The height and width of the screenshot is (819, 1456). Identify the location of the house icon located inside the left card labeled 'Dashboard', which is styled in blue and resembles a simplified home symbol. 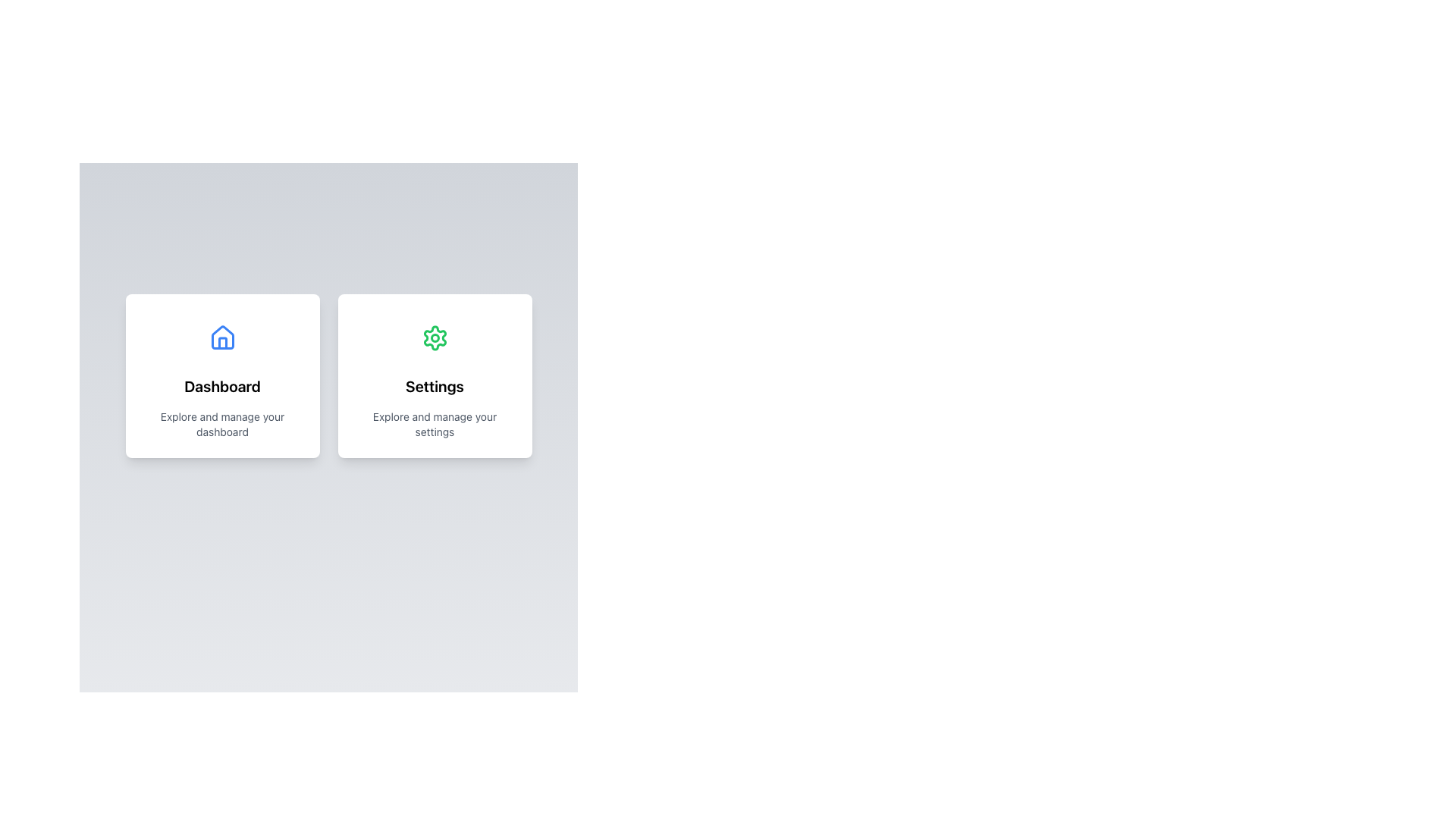
(221, 337).